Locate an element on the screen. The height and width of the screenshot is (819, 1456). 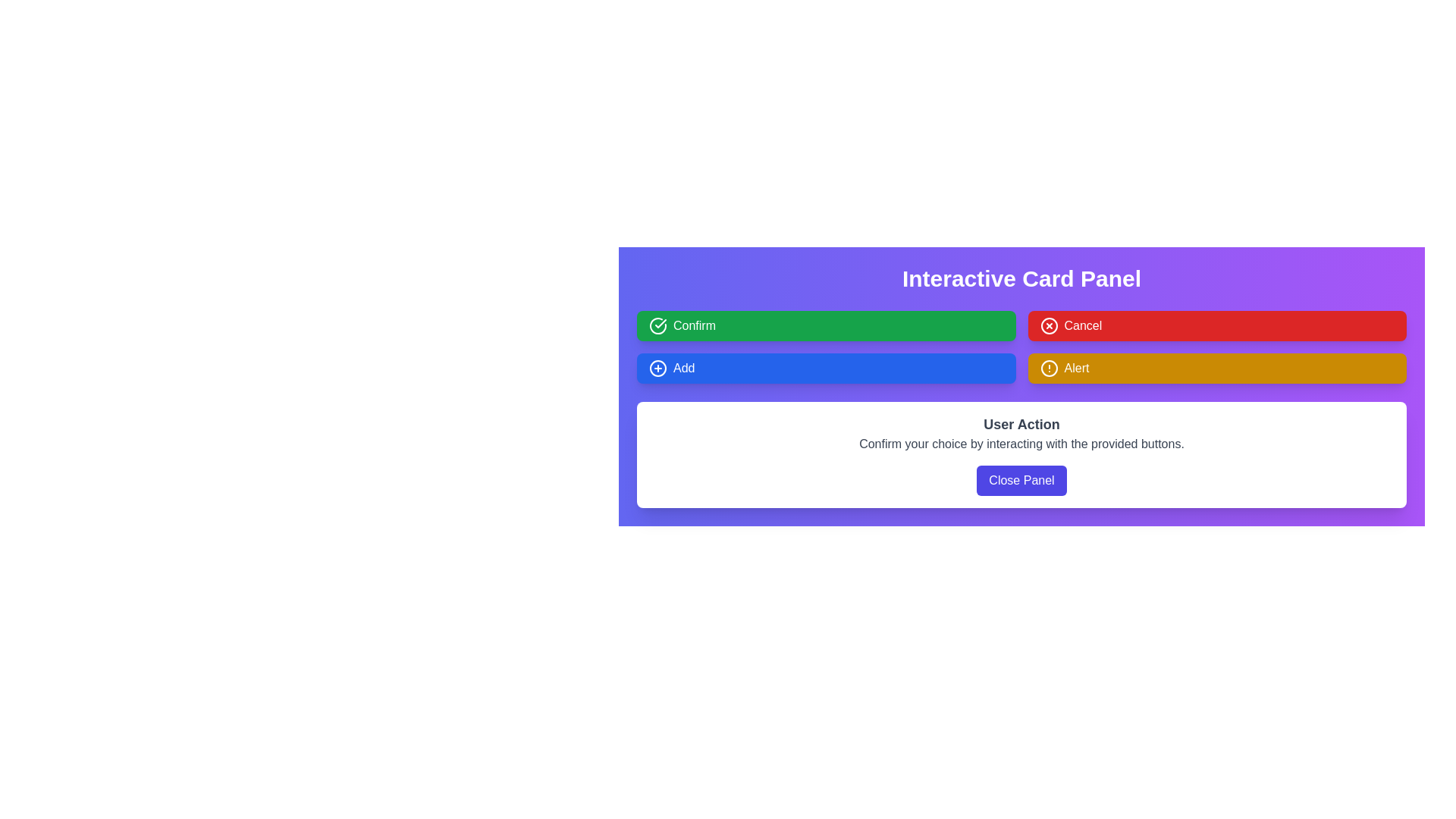
the circular checkmark icon with a green background and the label 'Confirm', located at the top-left of the interface is located at coordinates (658, 325).